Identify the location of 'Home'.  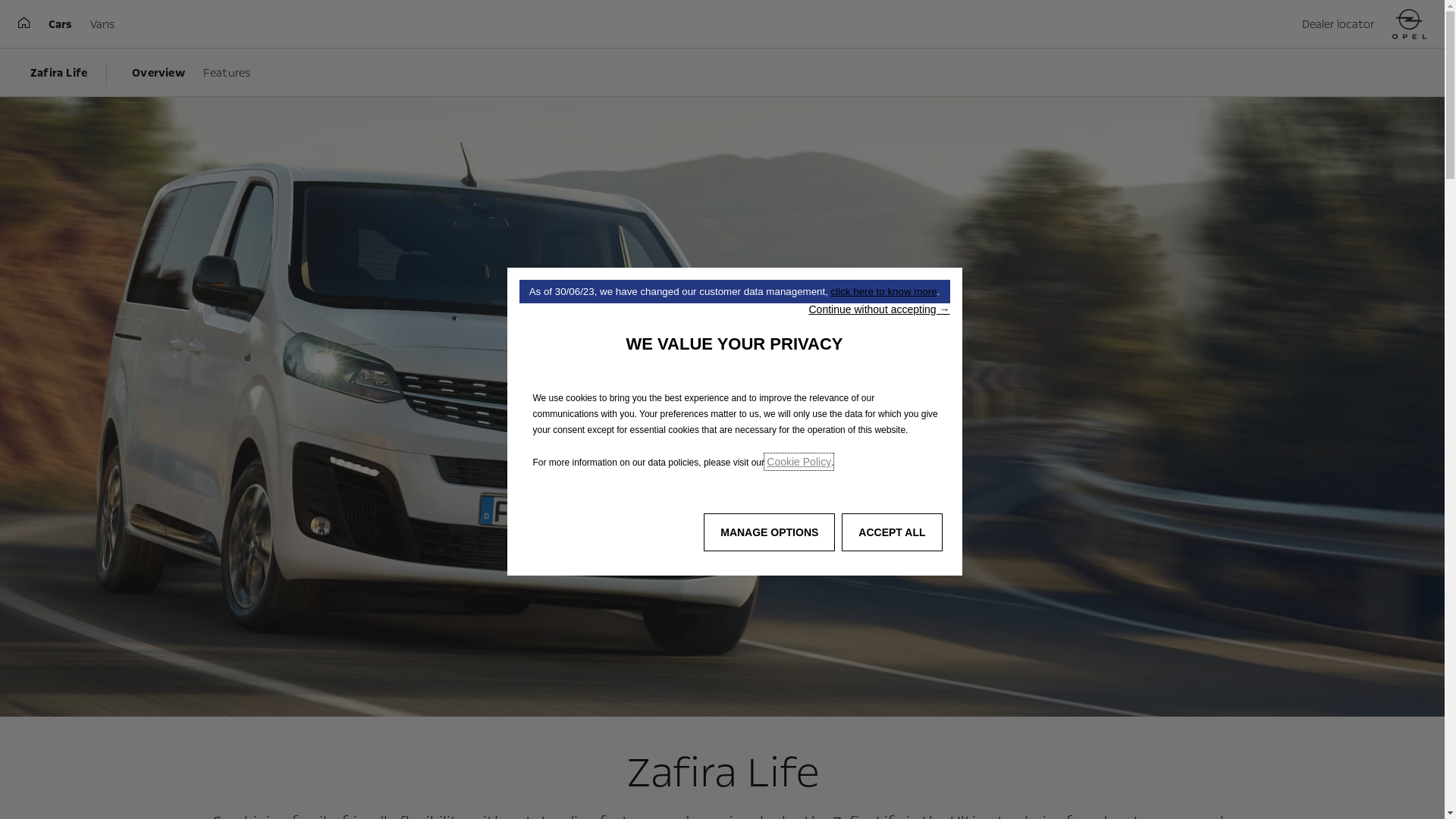
(1408, 24).